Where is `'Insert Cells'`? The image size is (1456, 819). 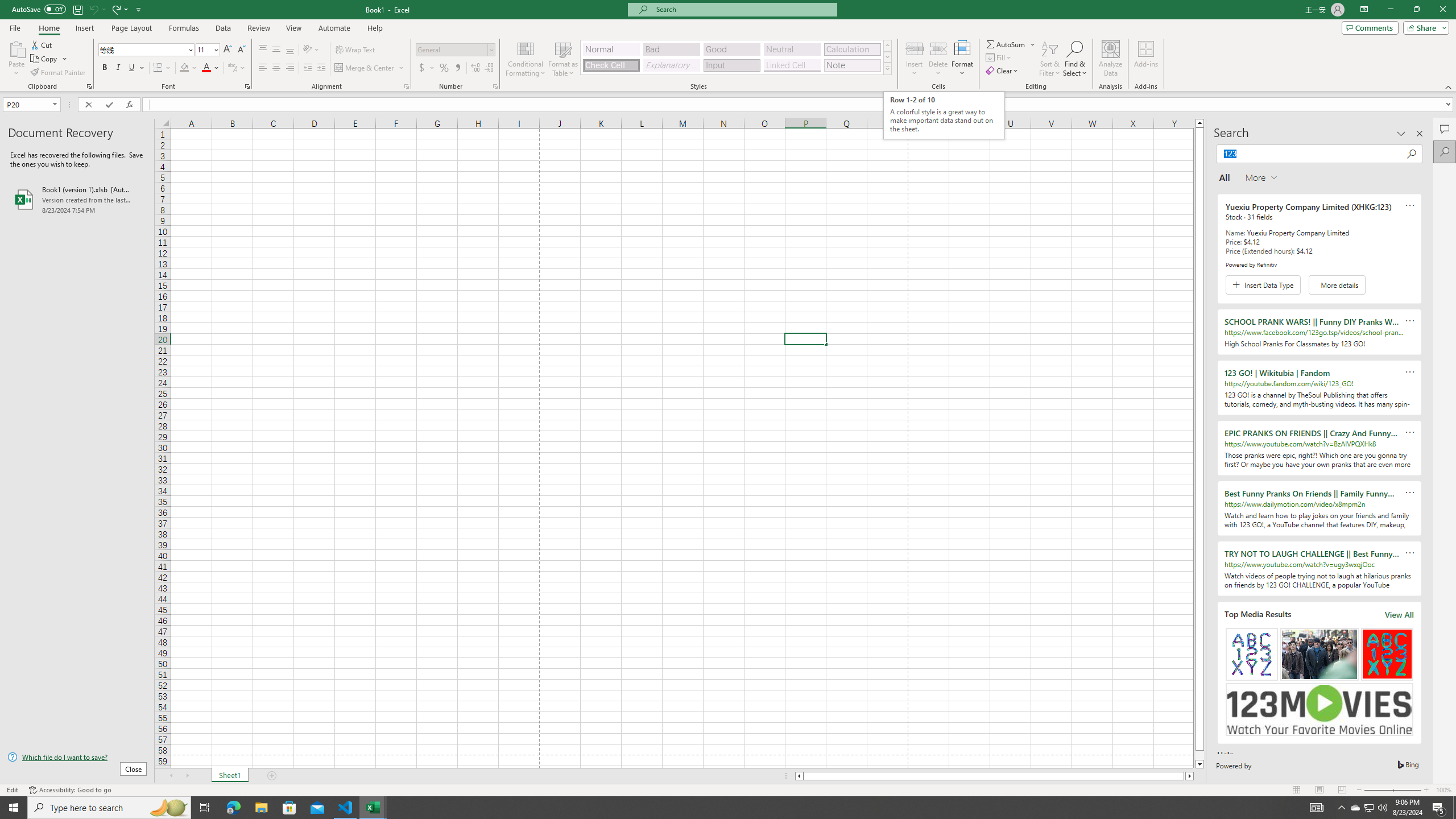
'Insert Cells' is located at coordinates (913, 48).